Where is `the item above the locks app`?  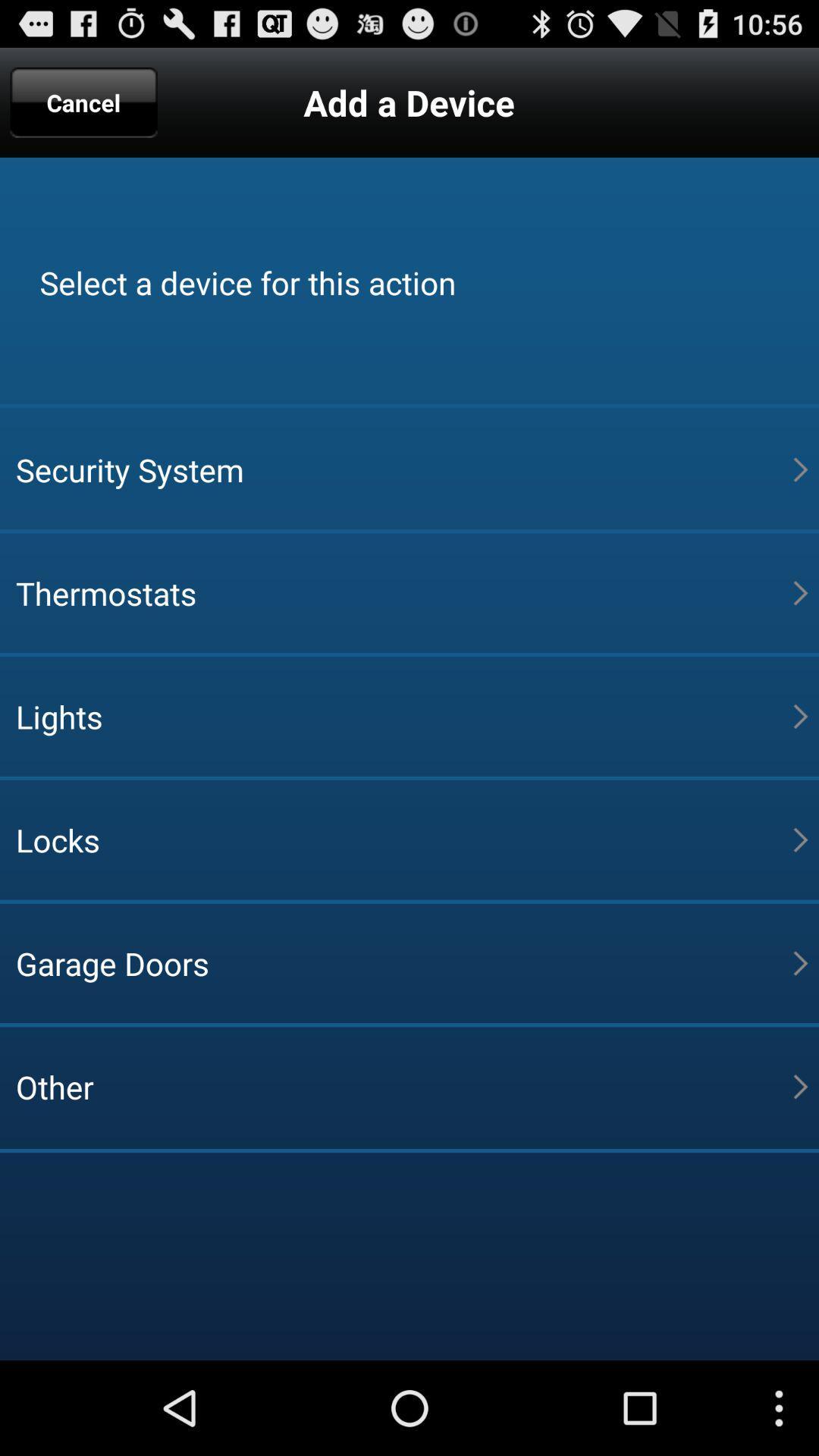 the item above the locks app is located at coordinates (403, 716).